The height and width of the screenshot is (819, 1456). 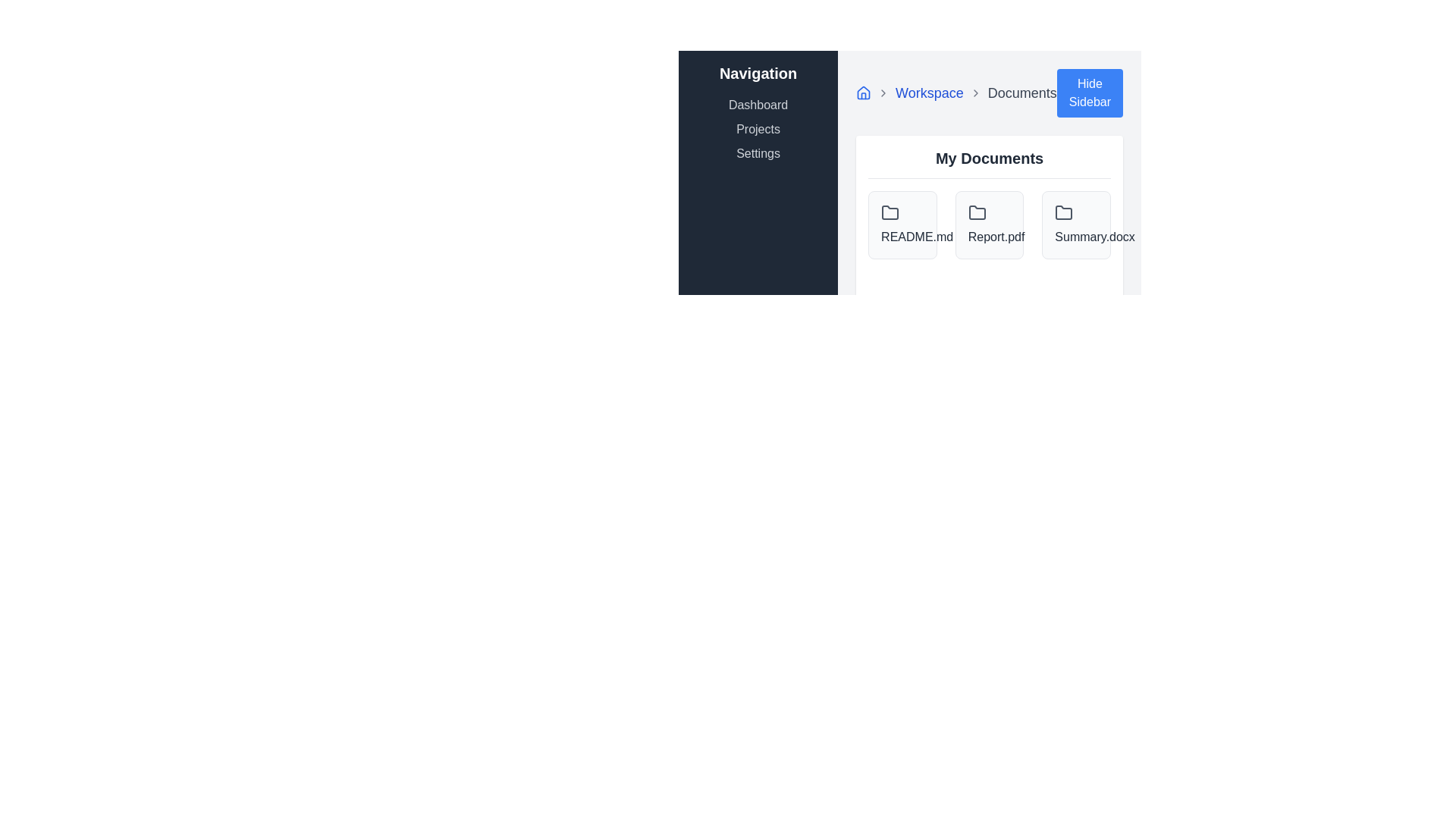 What do you see at coordinates (902, 237) in the screenshot?
I see `the text label displaying 'README.md' in a bold gray font, located at the bottom center of the first document card in the 'My Documents' section` at bounding box center [902, 237].